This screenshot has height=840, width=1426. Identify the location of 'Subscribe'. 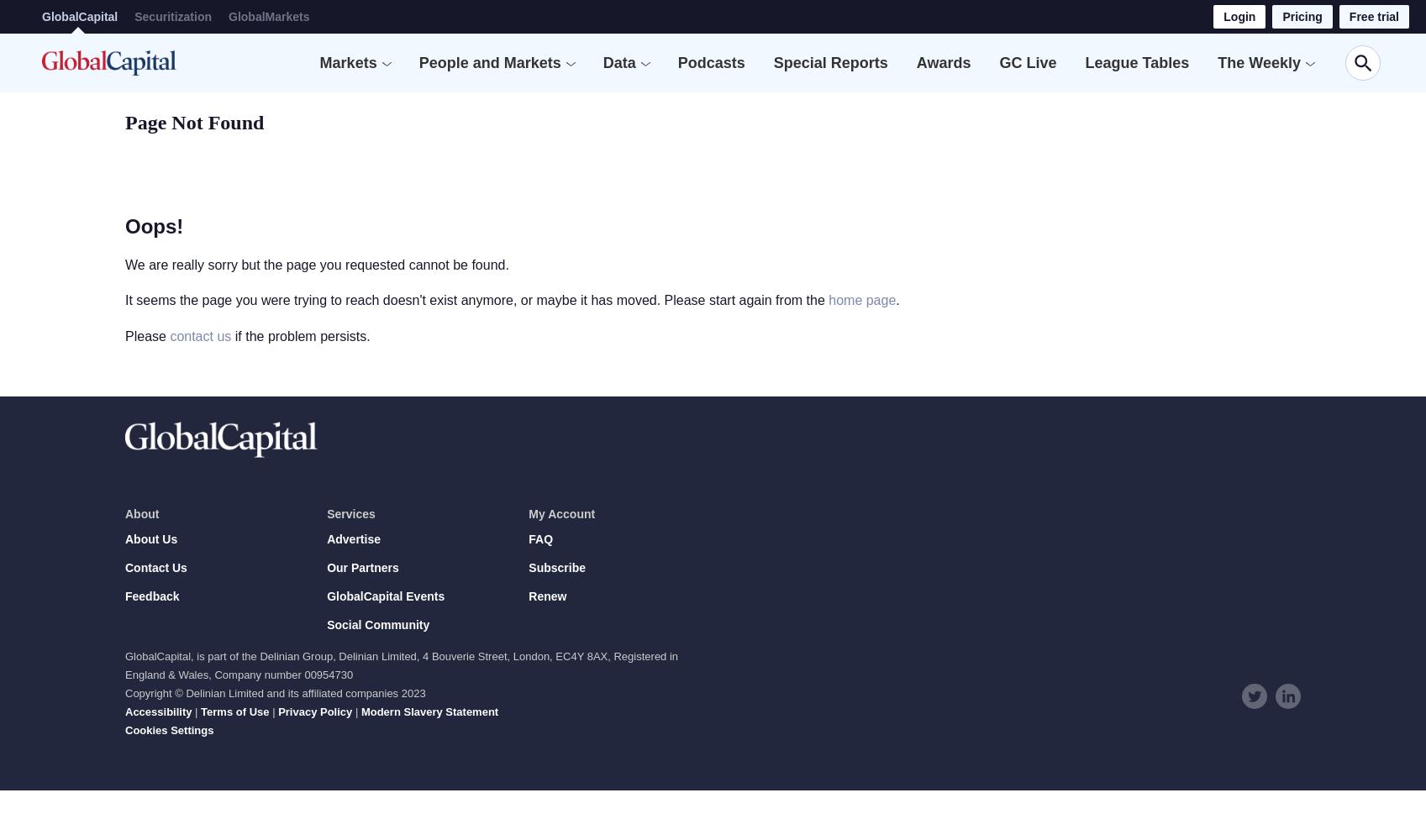
(557, 568).